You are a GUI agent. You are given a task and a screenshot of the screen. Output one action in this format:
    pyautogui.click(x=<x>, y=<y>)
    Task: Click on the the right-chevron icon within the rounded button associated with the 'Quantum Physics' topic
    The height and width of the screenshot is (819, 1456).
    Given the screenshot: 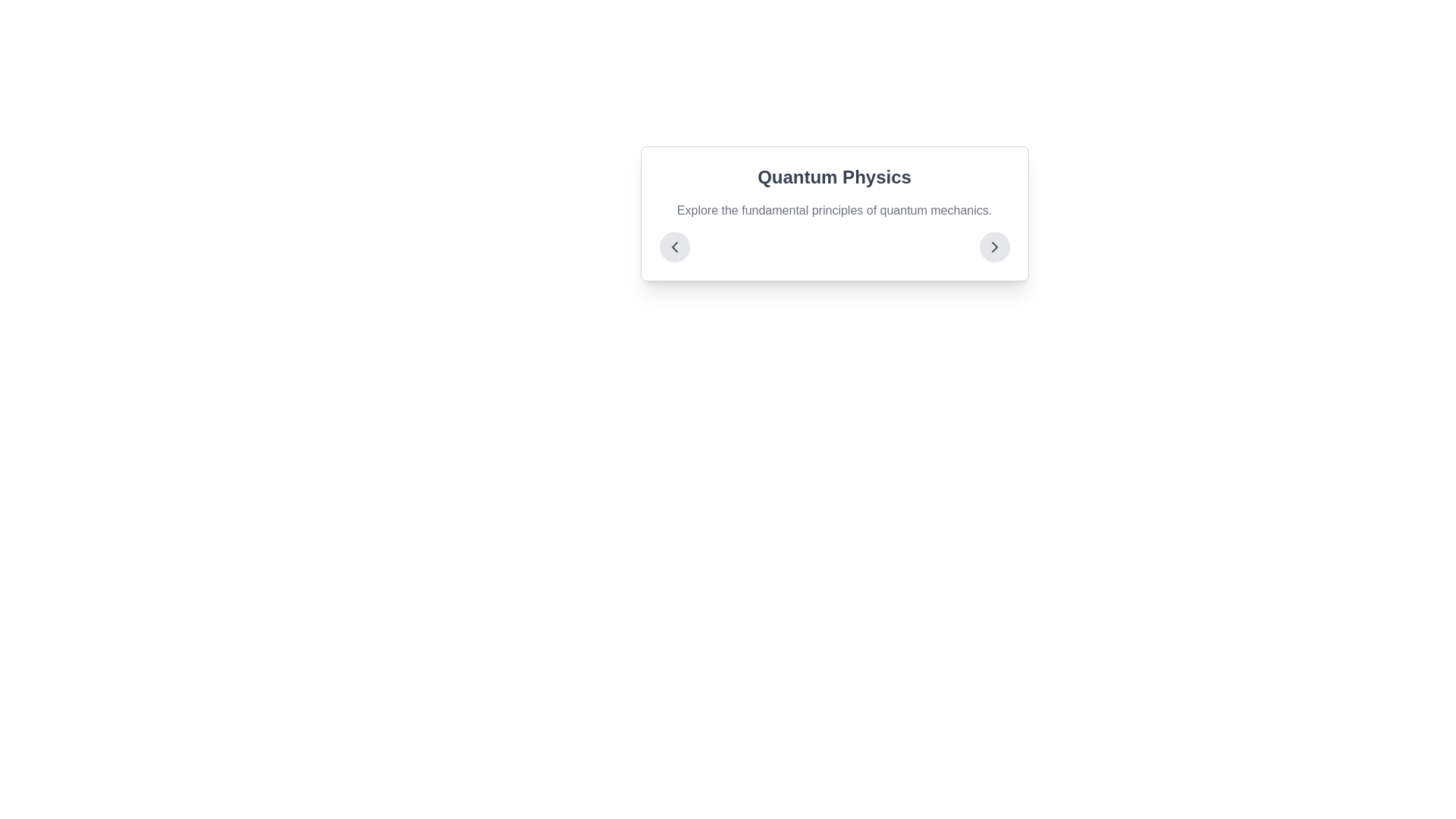 What is the action you would take?
    pyautogui.click(x=994, y=246)
    